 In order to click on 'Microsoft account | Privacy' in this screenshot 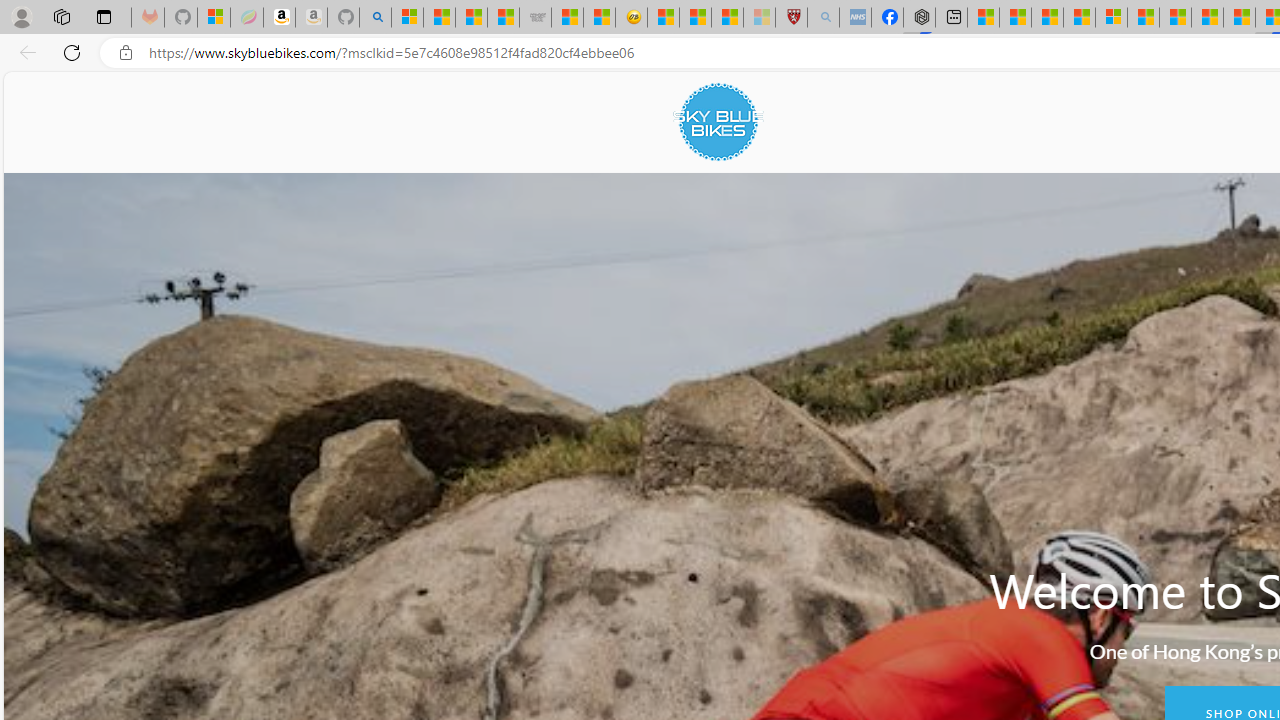, I will do `click(1110, 17)`.